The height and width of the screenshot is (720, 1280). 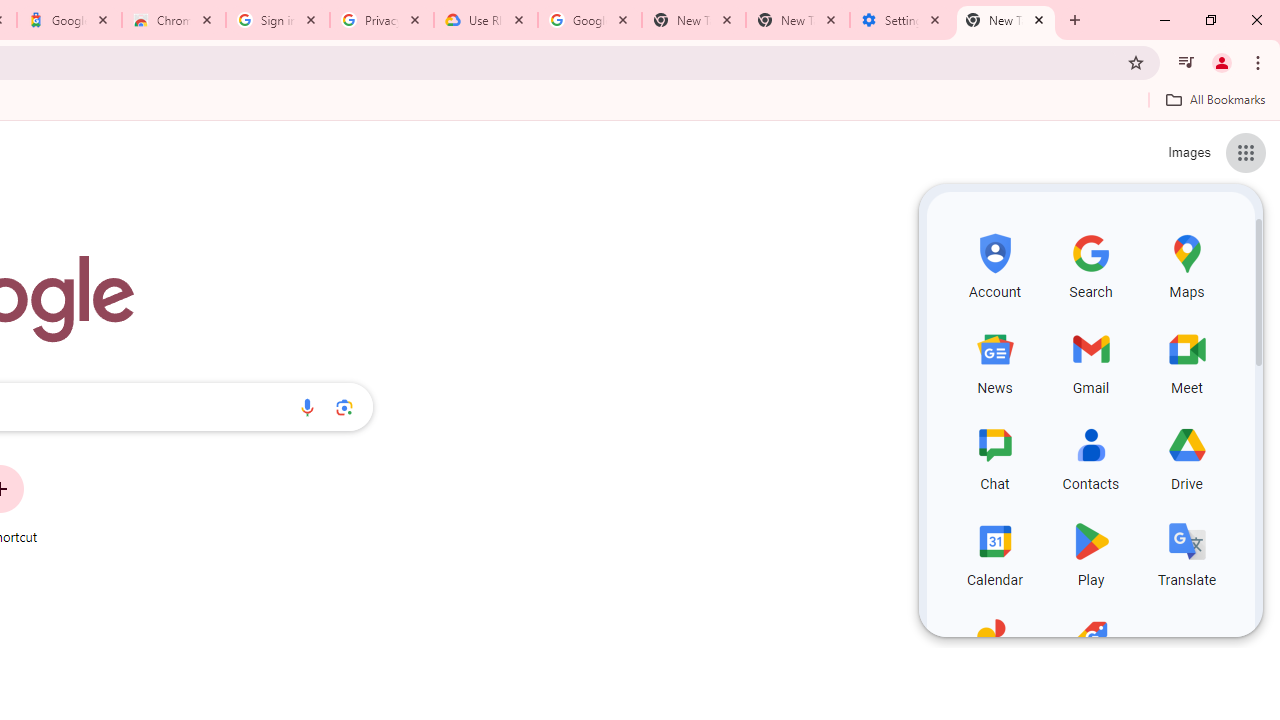 I want to click on 'Maps, row 1 of 5 and column 3 of 3 in the first section', so click(x=1187, y=262).